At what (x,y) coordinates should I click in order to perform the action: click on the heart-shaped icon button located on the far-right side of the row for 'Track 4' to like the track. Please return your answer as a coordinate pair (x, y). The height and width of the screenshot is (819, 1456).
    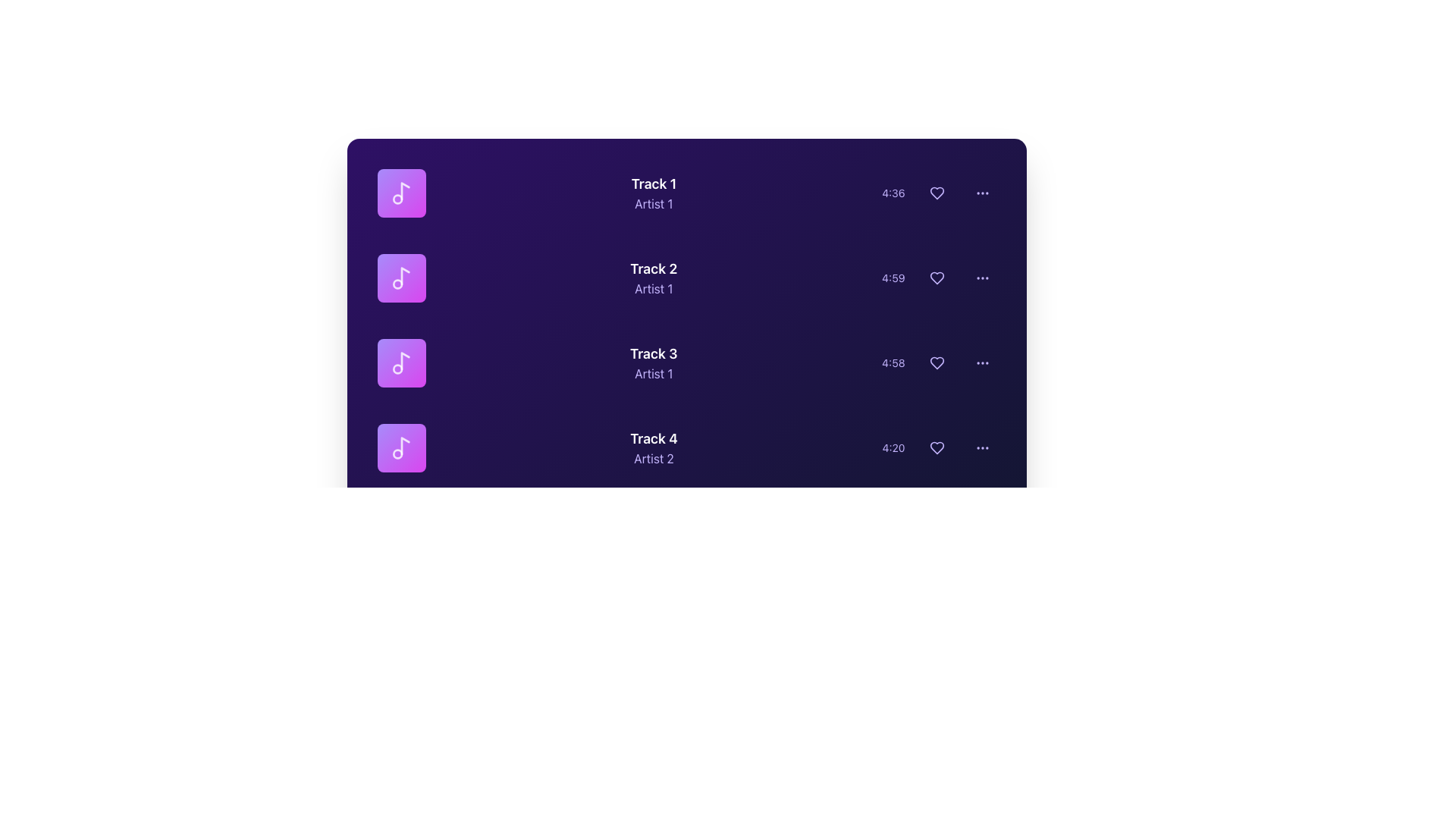
    Looking at the image, I should click on (936, 447).